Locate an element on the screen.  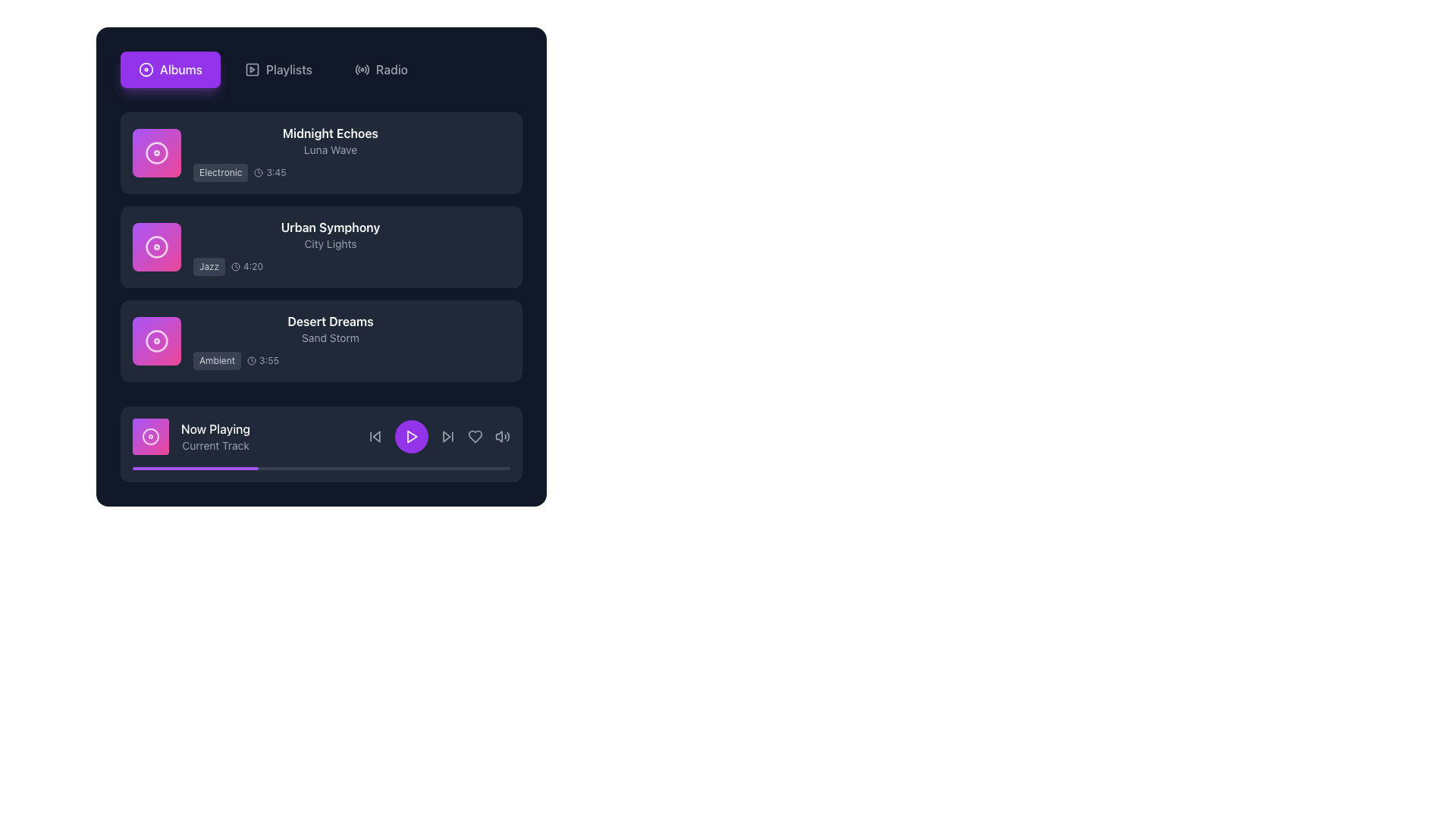
the circular icon with a disc-like design, featuring a smaller central circle surrounded by a larger circular border, located in the 'Desert Dreams' track item card in the music selection interface is located at coordinates (156, 341).